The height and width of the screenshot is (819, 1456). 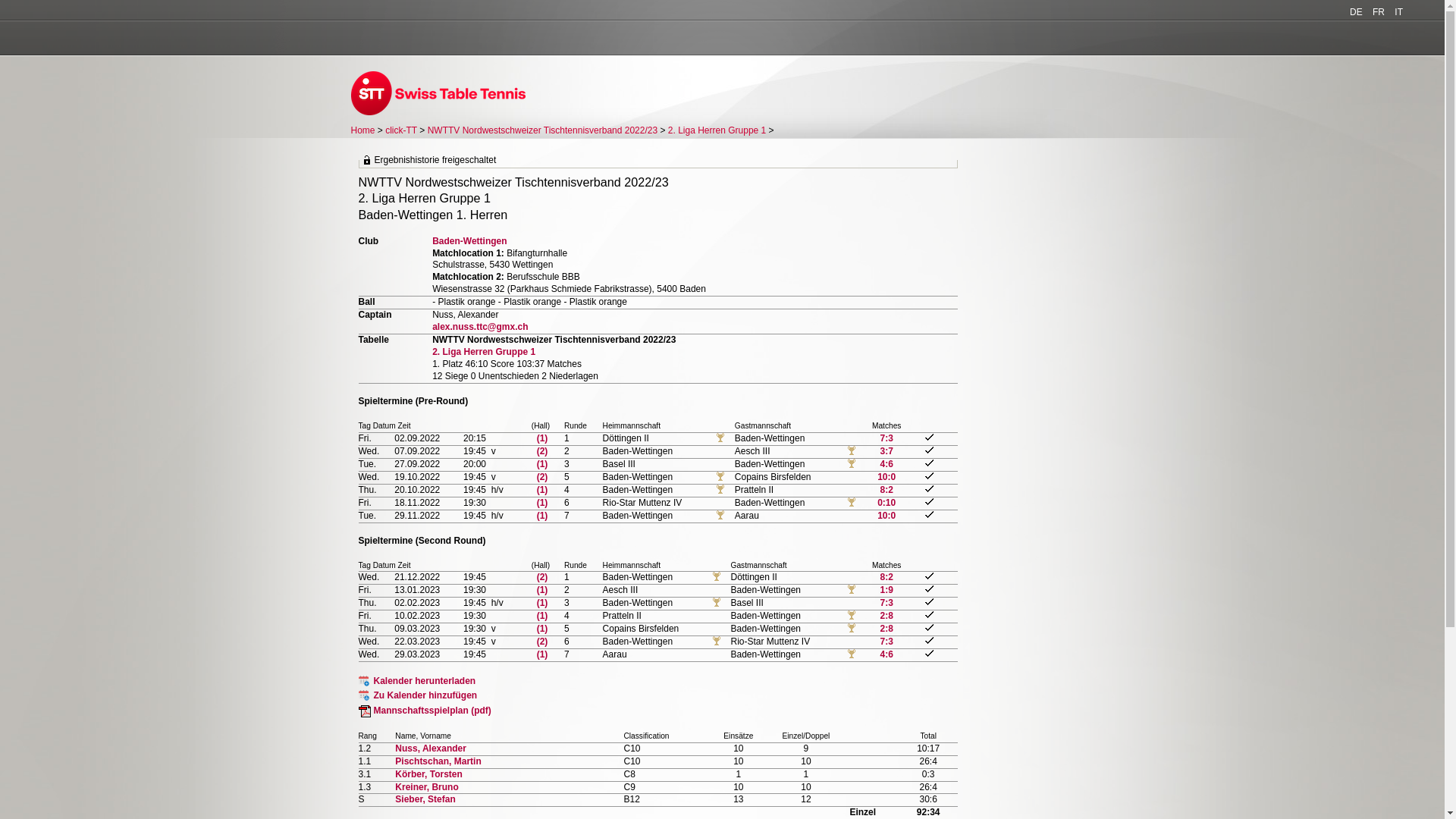 What do you see at coordinates (437, 761) in the screenshot?
I see `'Pischtschan, Martin'` at bounding box center [437, 761].